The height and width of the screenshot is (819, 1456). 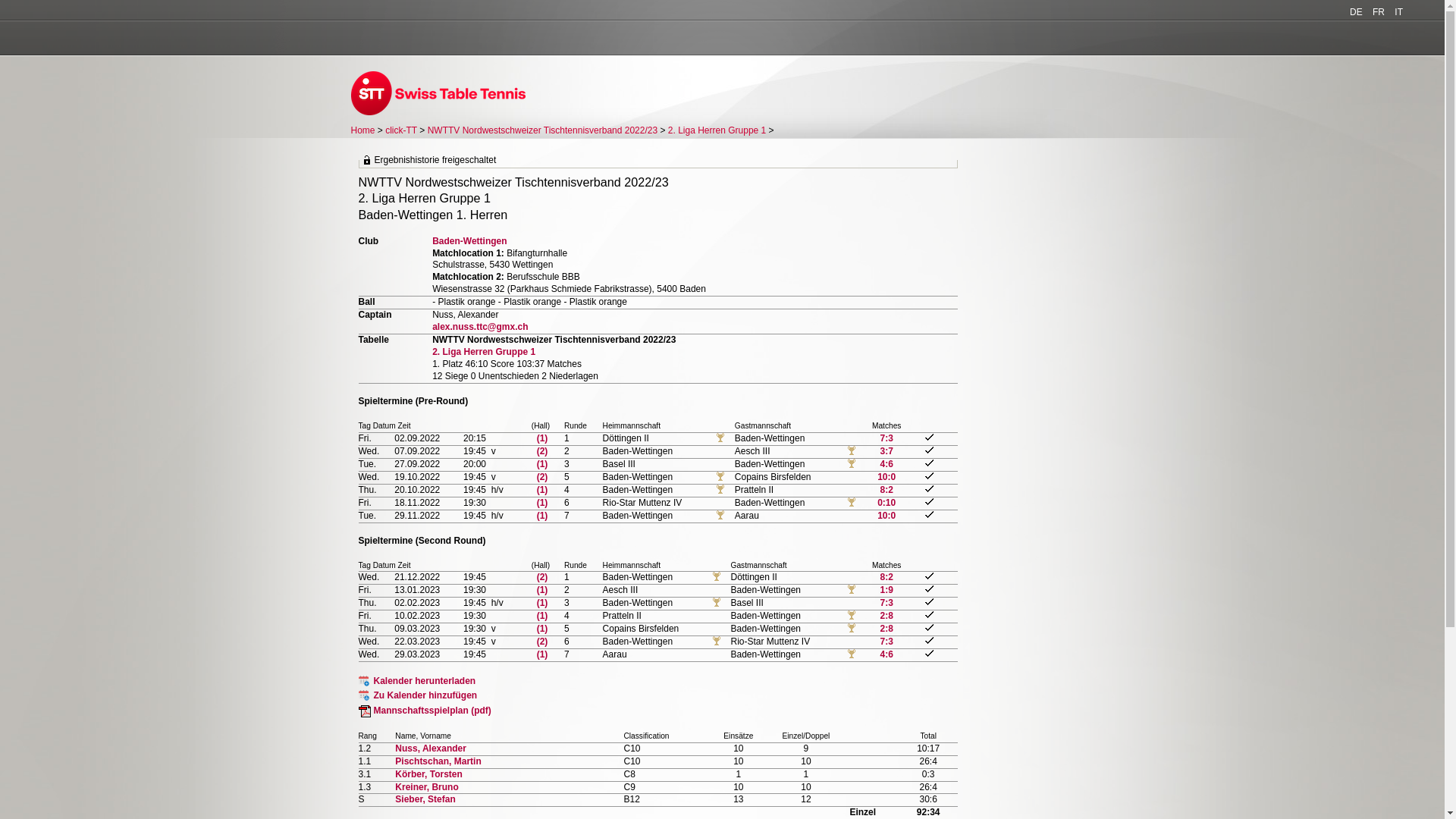 What do you see at coordinates (437, 761) in the screenshot?
I see `'Pischtschan, Martin'` at bounding box center [437, 761].